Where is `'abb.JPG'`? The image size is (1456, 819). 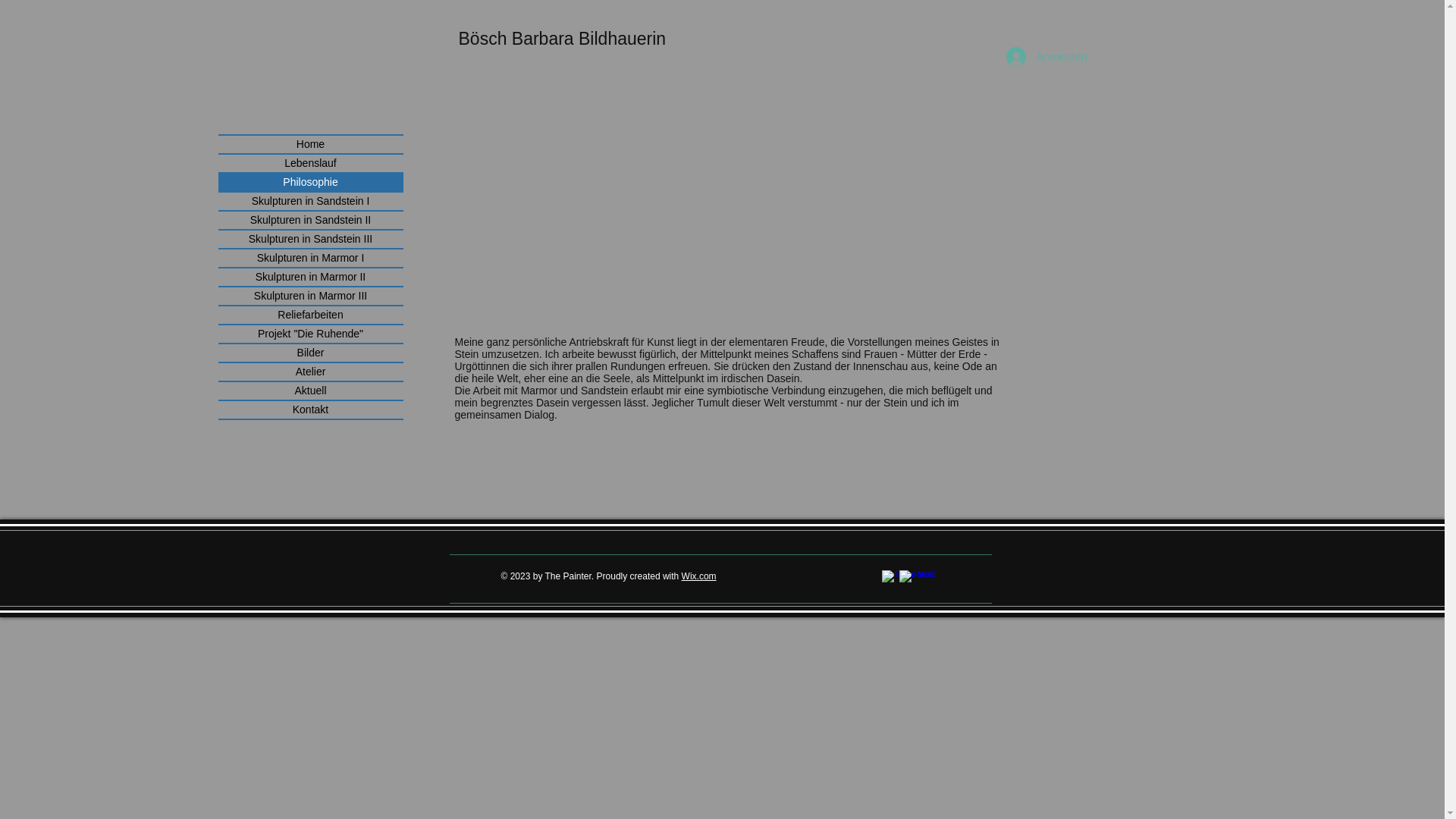 'abb.JPG' is located at coordinates (683, 192).